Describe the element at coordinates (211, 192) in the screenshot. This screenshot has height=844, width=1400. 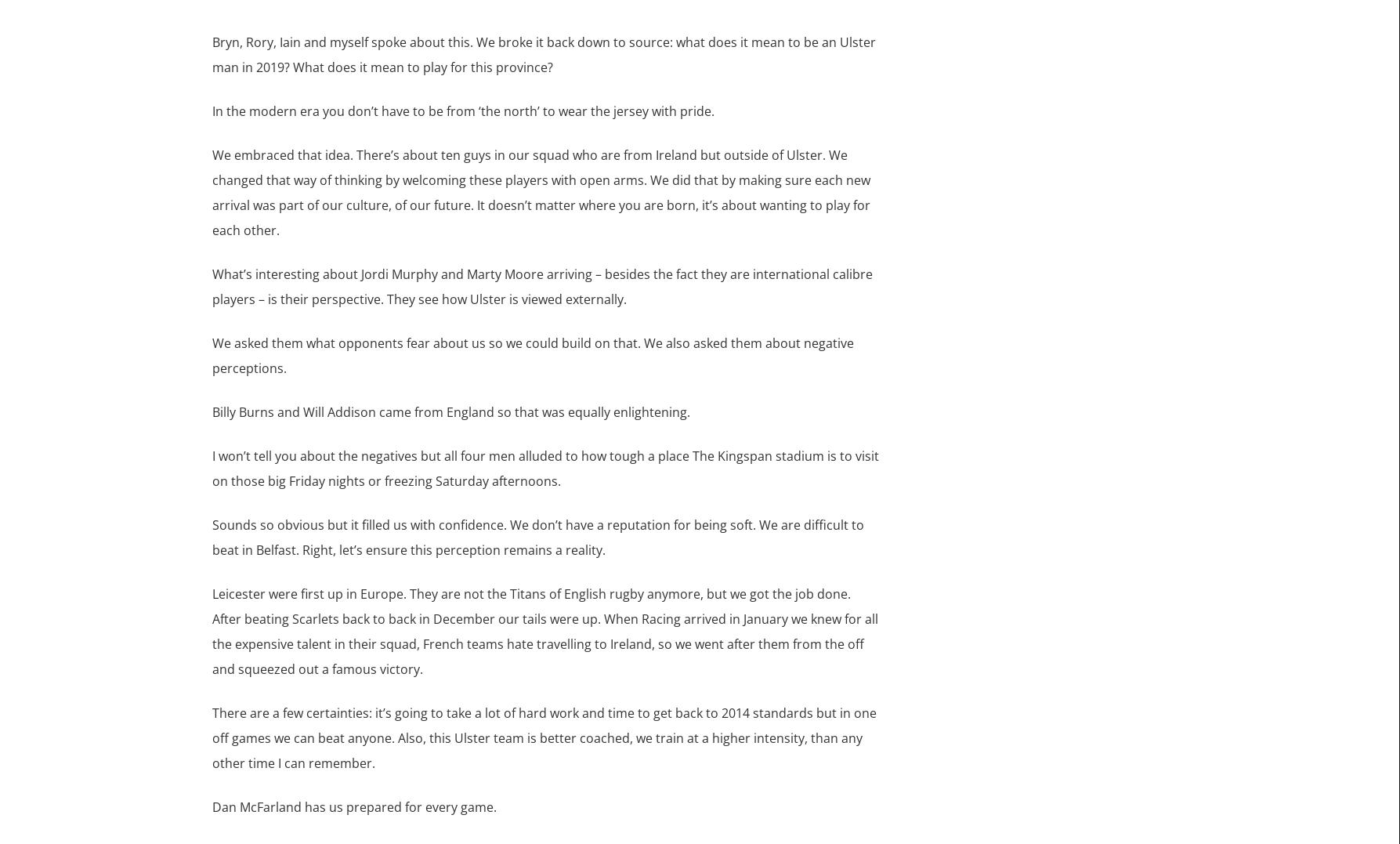
I see `'We embraced that idea. There’s about ten guys in our squad who are from Ireland but outside of Ulster. We changed that way of thinking by welcoming these players with open arms. We did that by making sure each new arrival was part of our culture, of our future. It doesn’t matter where you are born, it’s about wanting to play for each other.'` at that location.